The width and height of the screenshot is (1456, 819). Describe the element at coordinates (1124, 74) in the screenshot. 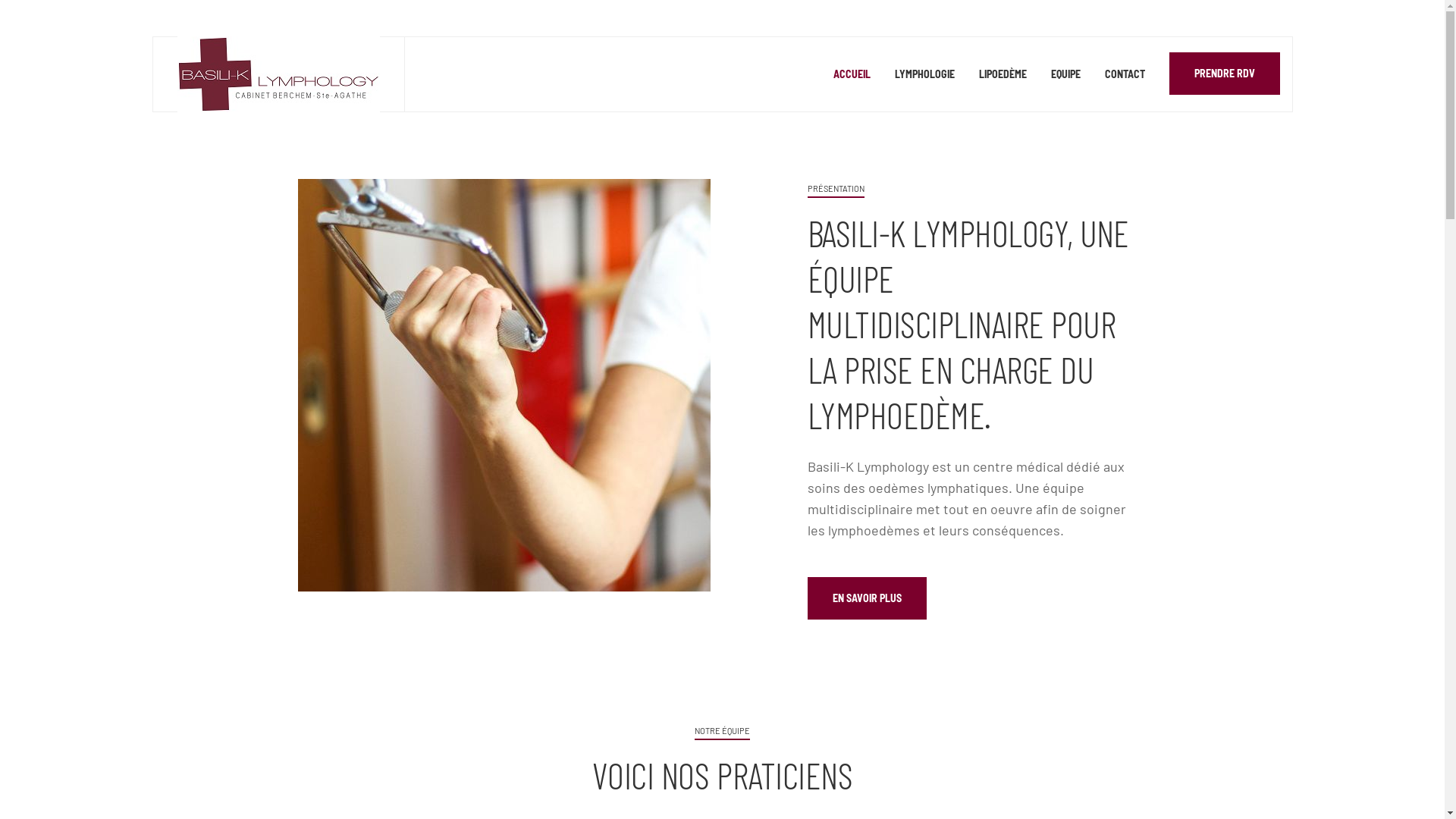

I see `'CONTACT'` at that location.